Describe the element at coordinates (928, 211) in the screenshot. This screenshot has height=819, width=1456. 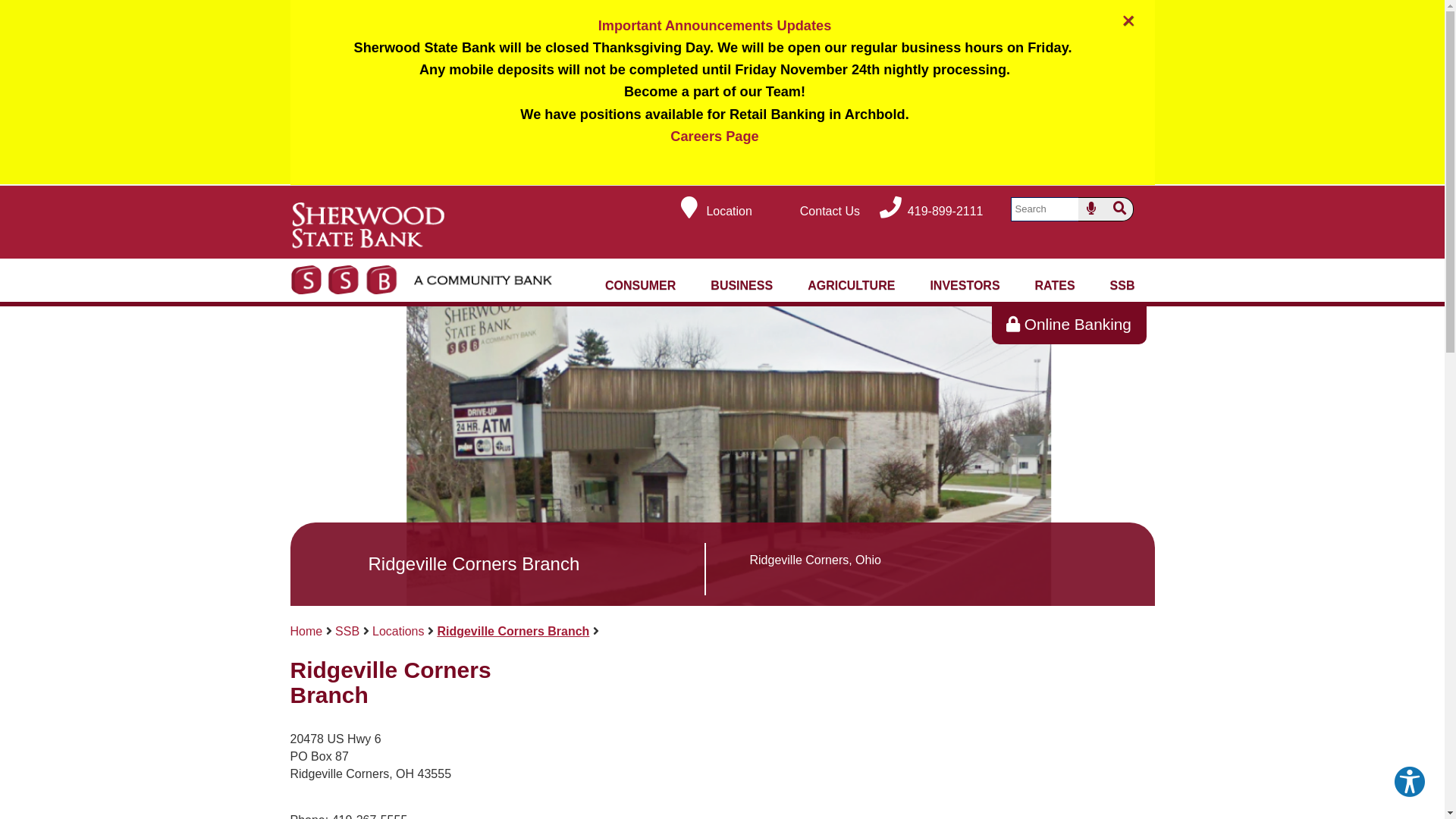
I see `'419-899-2111'` at that location.